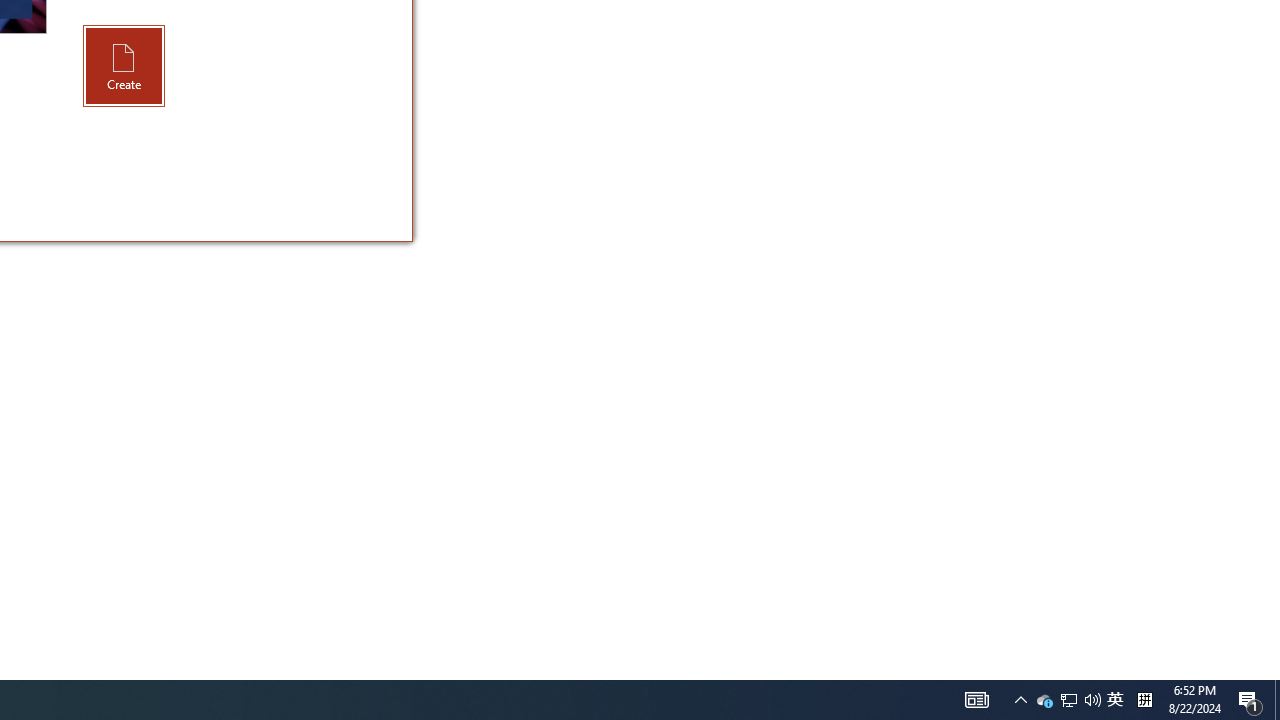 Image resolution: width=1280 pixels, height=720 pixels. What do you see at coordinates (1250, 698) in the screenshot?
I see `'Action Center, 1 new notification'` at bounding box center [1250, 698].